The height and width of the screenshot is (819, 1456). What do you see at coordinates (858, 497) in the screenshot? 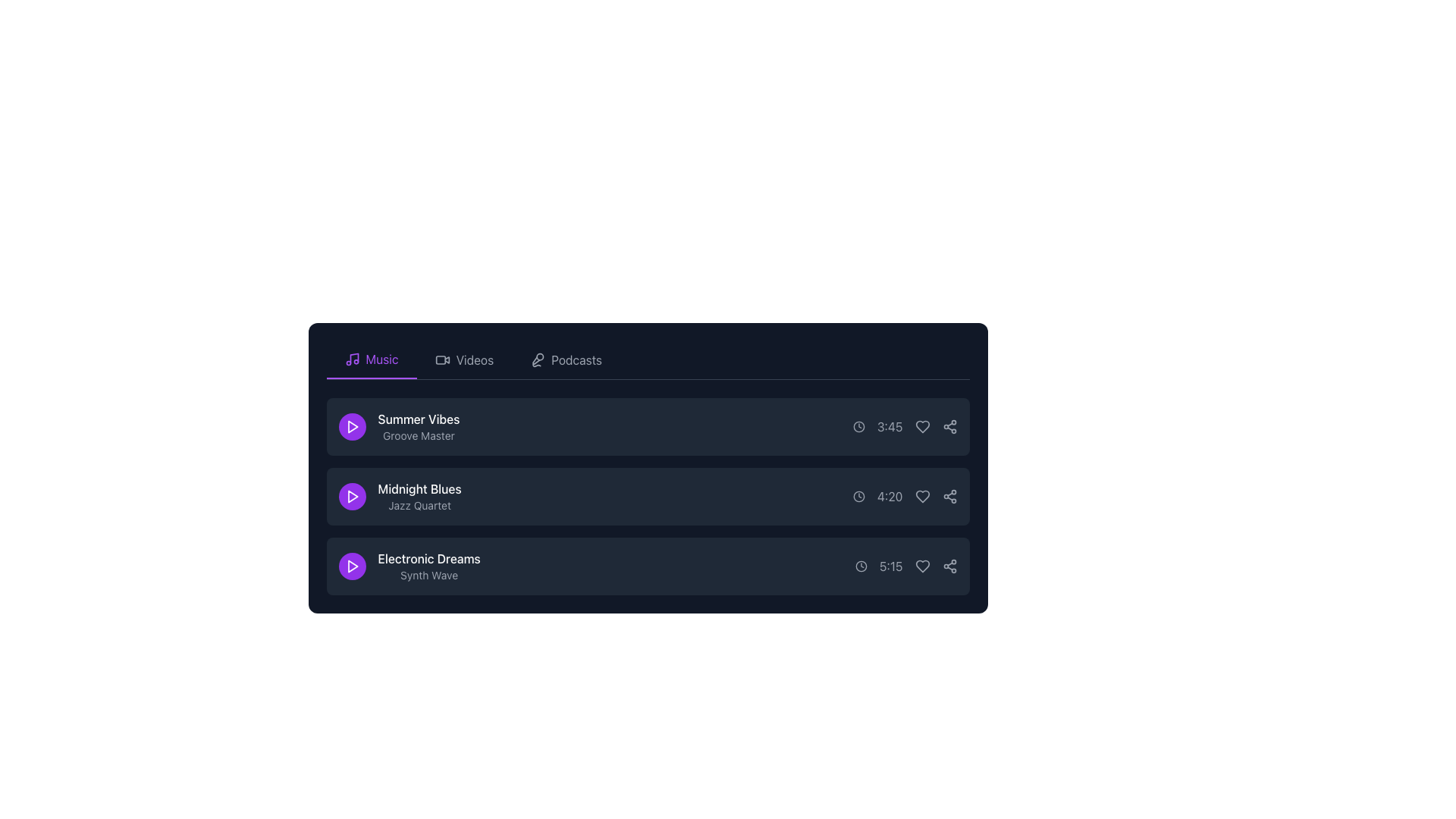
I see `the small, circular clock icon that is light gray and located immediately to the left of the text '4:20' in the second row of the list components` at bounding box center [858, 497].